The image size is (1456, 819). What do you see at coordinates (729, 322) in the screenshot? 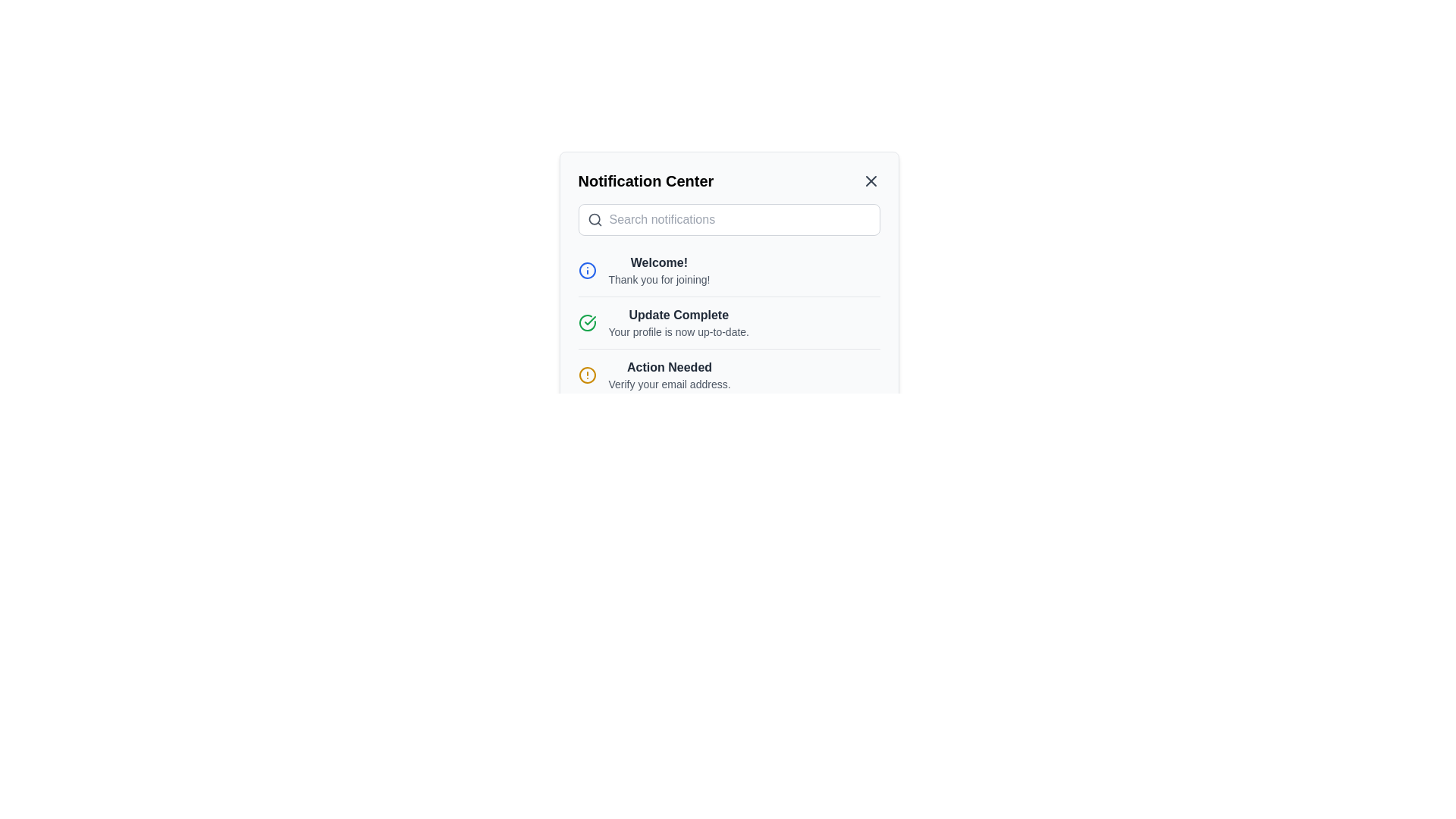
I see `the informational notification entry located between 'Welcome! Thank you for joining!' and 'Action Needed Verify your email address'` at bounding box center [729, 322].